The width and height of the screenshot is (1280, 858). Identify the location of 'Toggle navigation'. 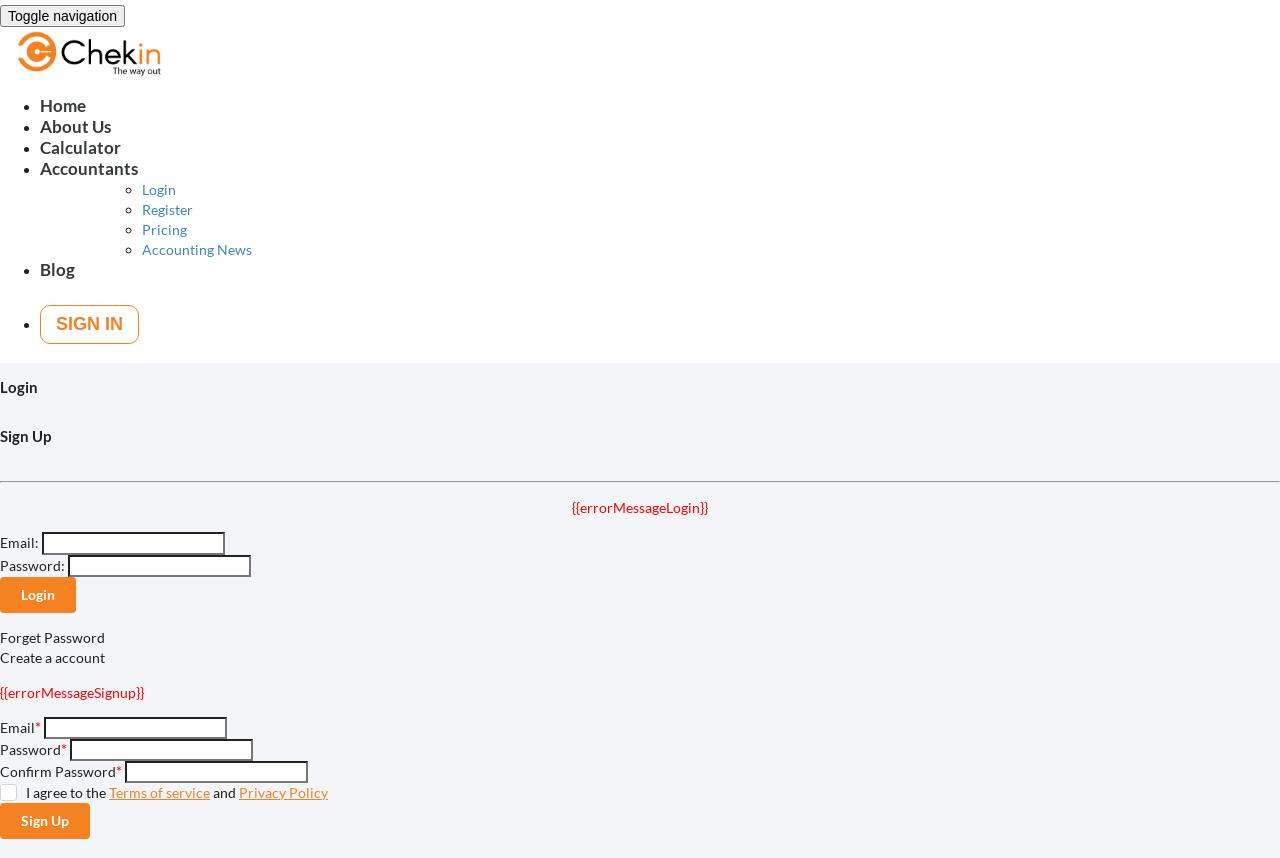
(8, 15).